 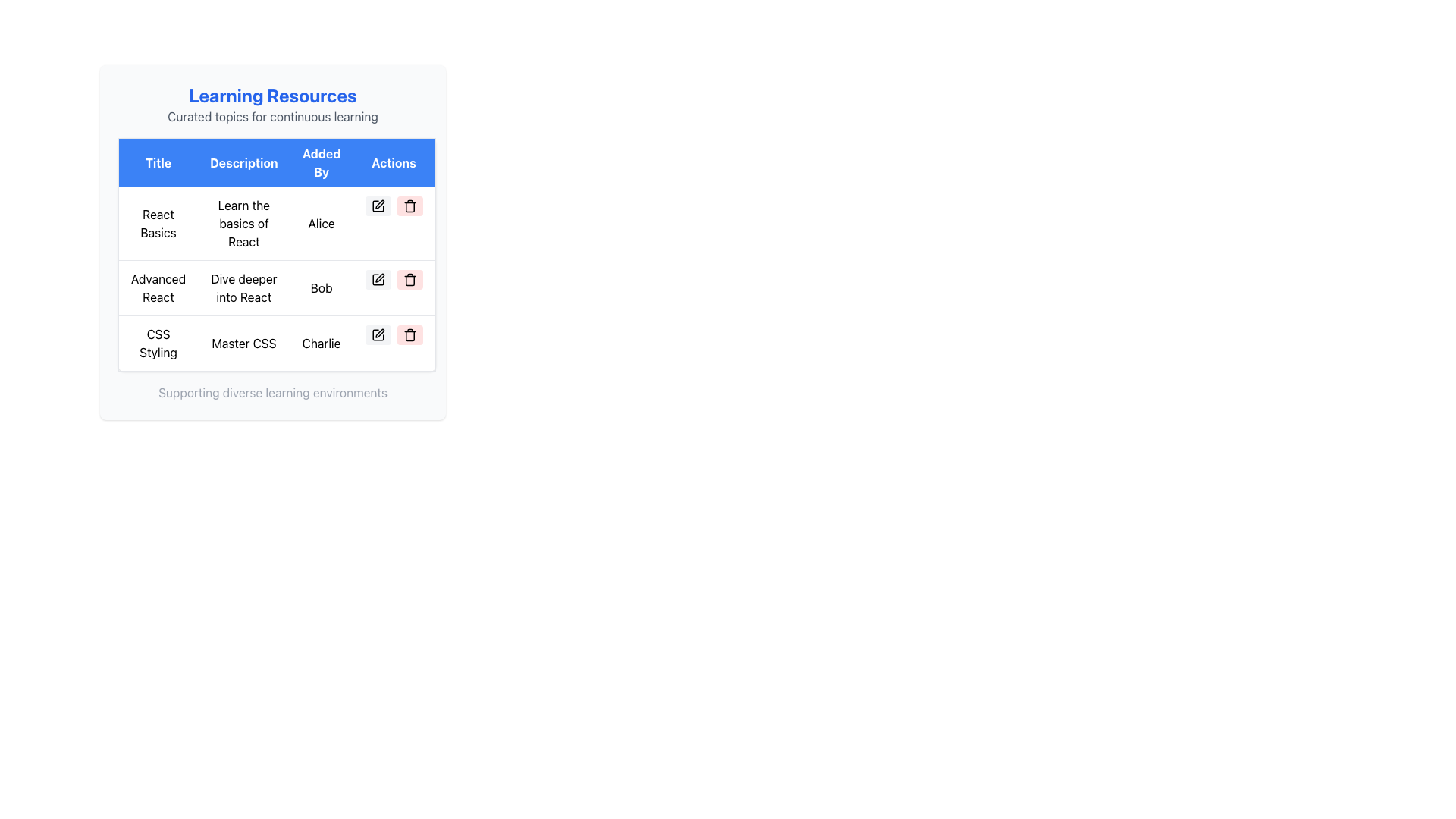 What do you see at coordinates (243, 162) in the screenshot?
I see `the 'Description' column header text label, which is the second column header in a four-column table layout, positioned between 'Title' and 'Added By'` at bounding box center [243, 162].